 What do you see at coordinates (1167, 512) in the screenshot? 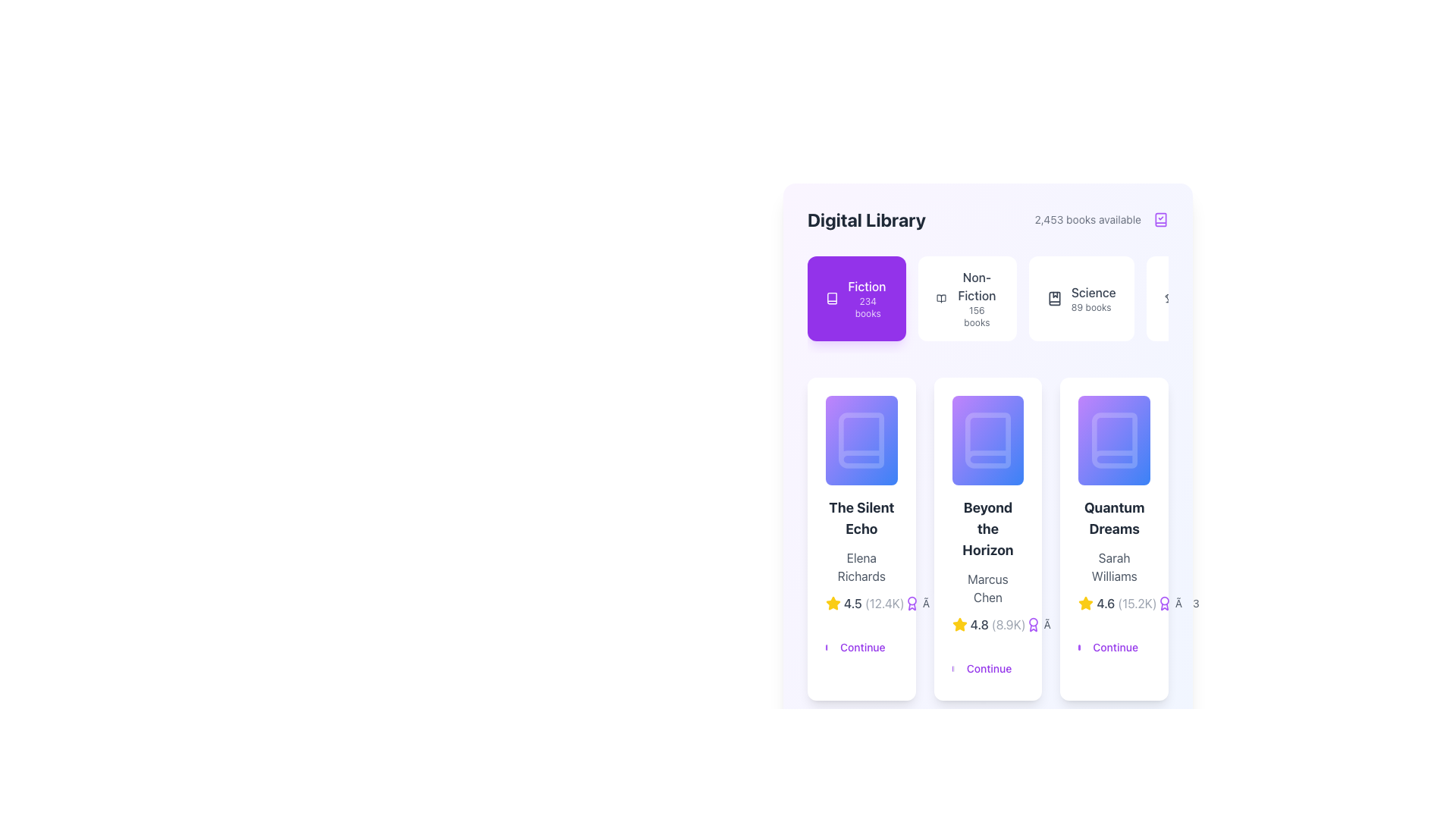
I see `the button located at the bottom-right corner of the 'Quantum Dreams' card` at bounding box center [1167, 512].